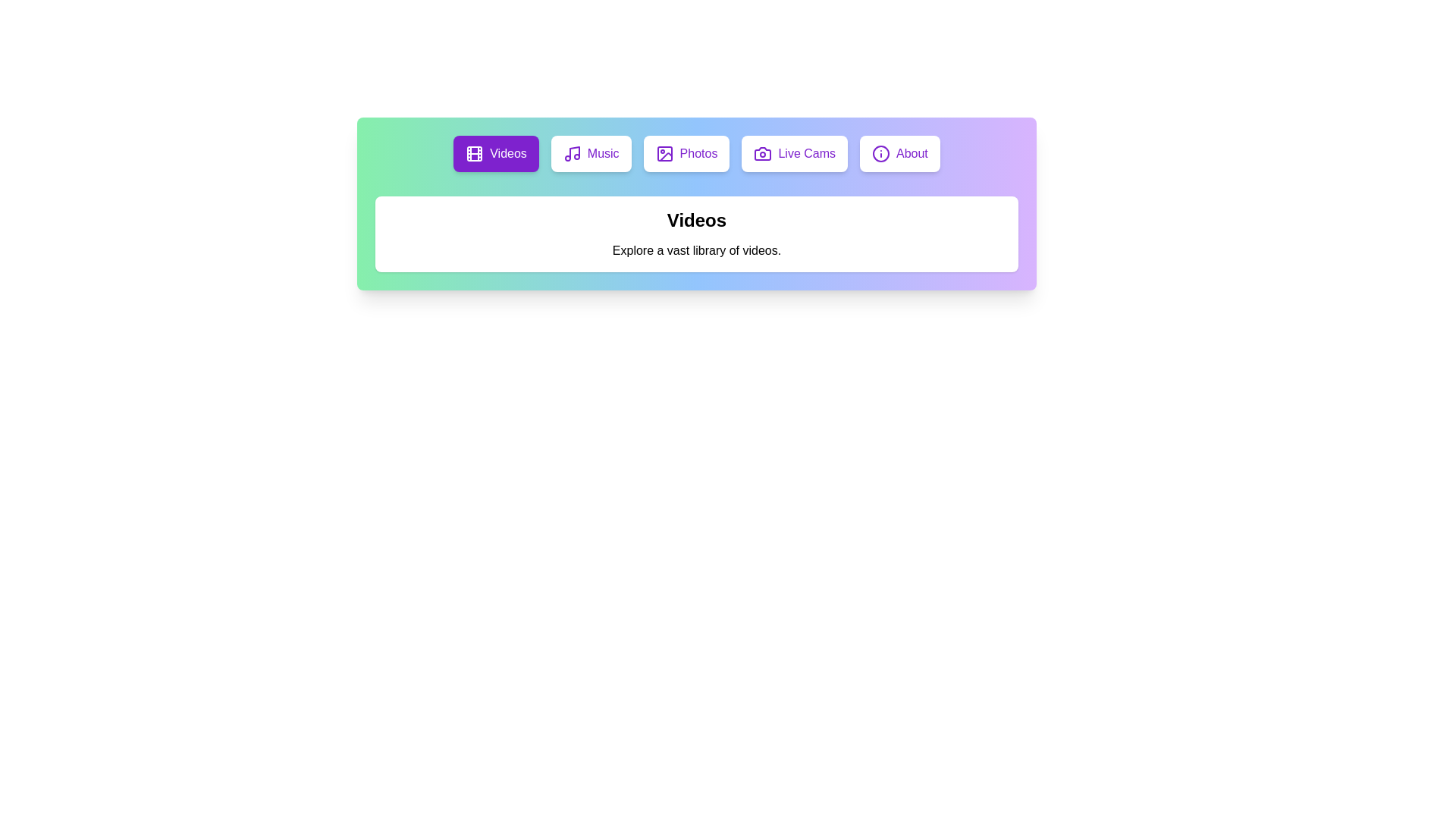  What do you see at coordinates (589, 154) in the screenshot?
I see `the Music tab to view its content` at bounding box center [589, 154].